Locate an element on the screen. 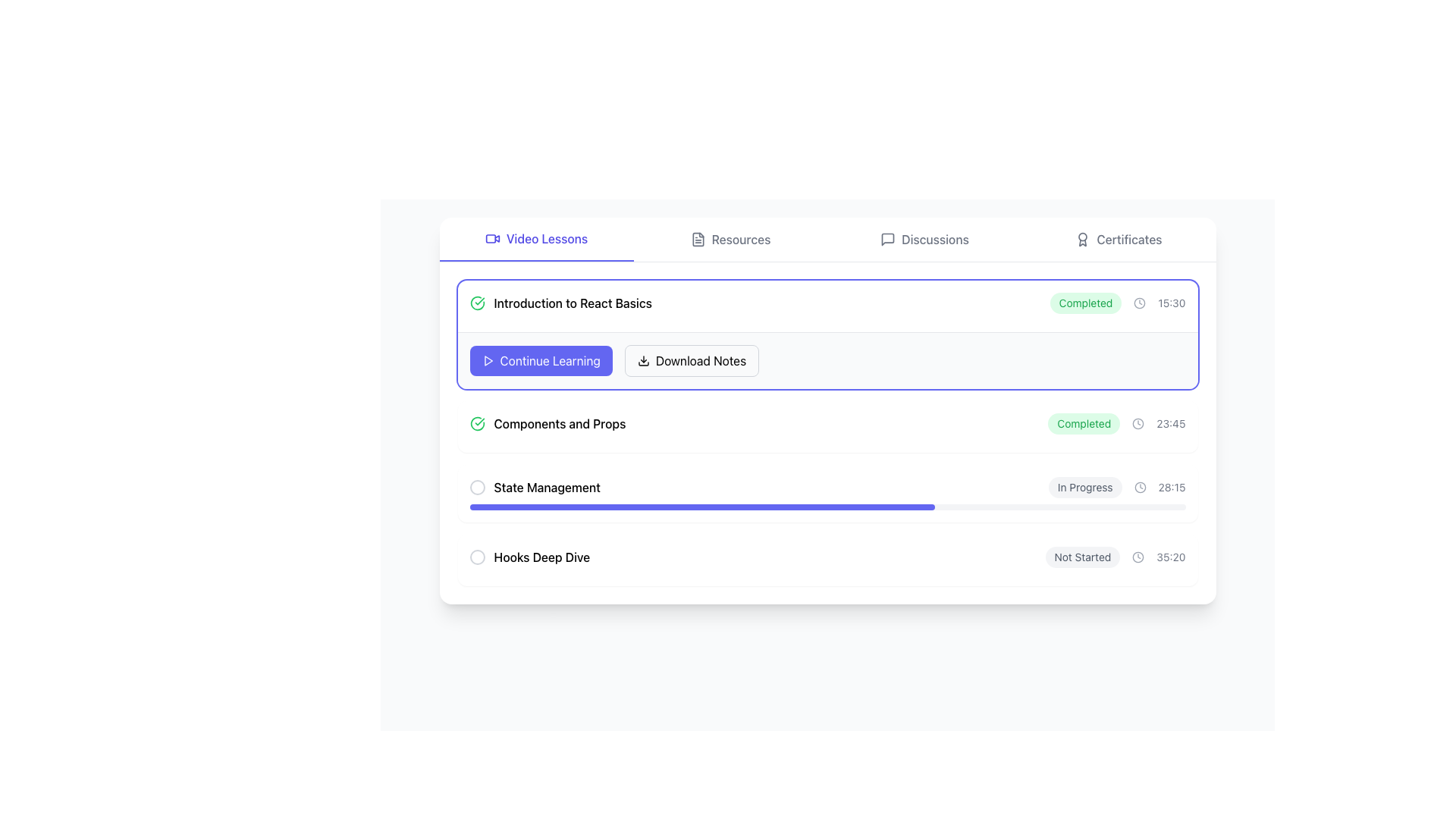 This screenshot has width=1456, height=819. the 'Discussions' button in the navigation bar to change its text color and background is located at coordinates (924, 239).